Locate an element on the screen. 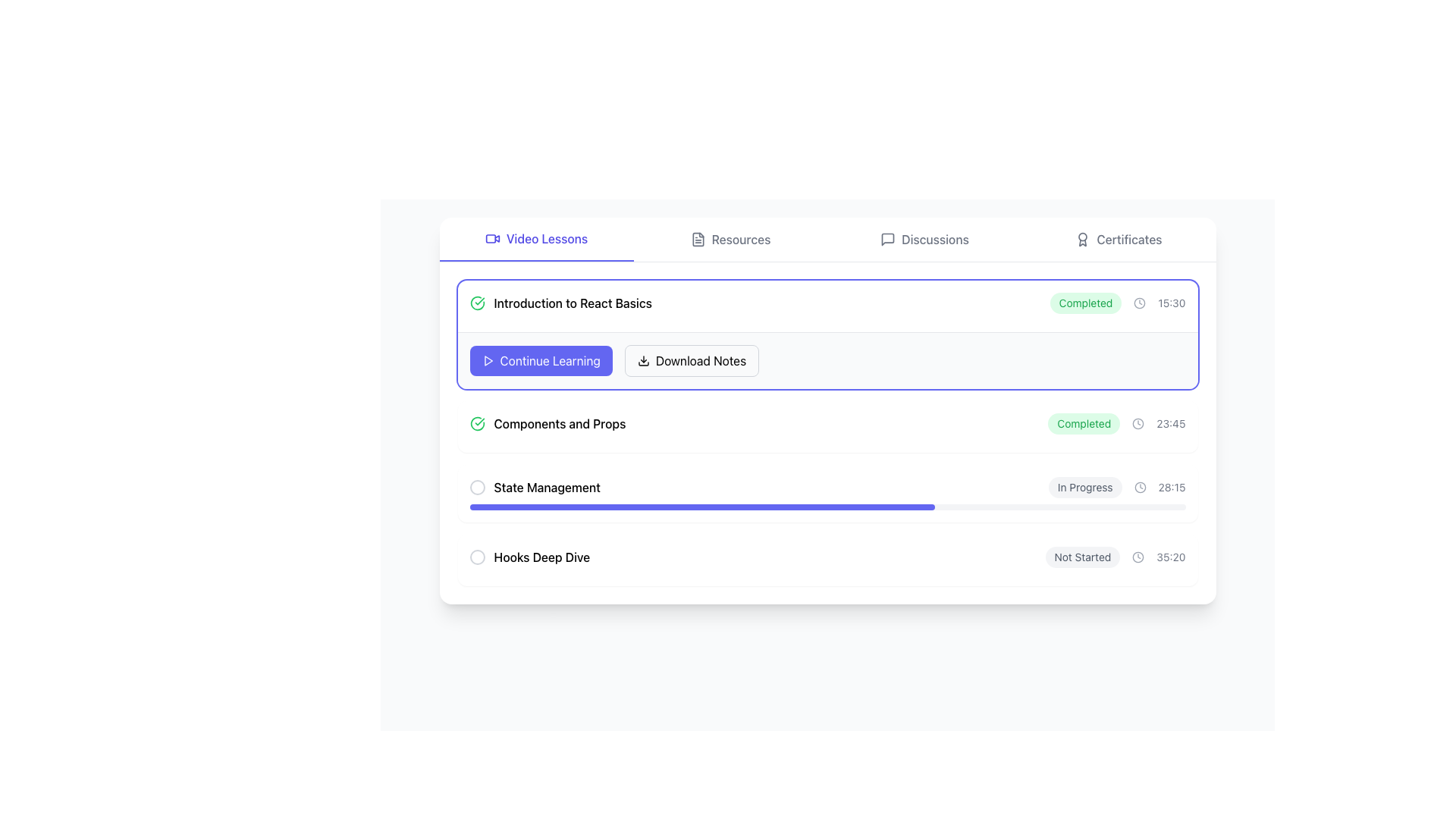 This screenshot has width=1456, height=819. the 'Discussions' button in the navigation bar to change its text color and background is located at coordinates (924, 239).